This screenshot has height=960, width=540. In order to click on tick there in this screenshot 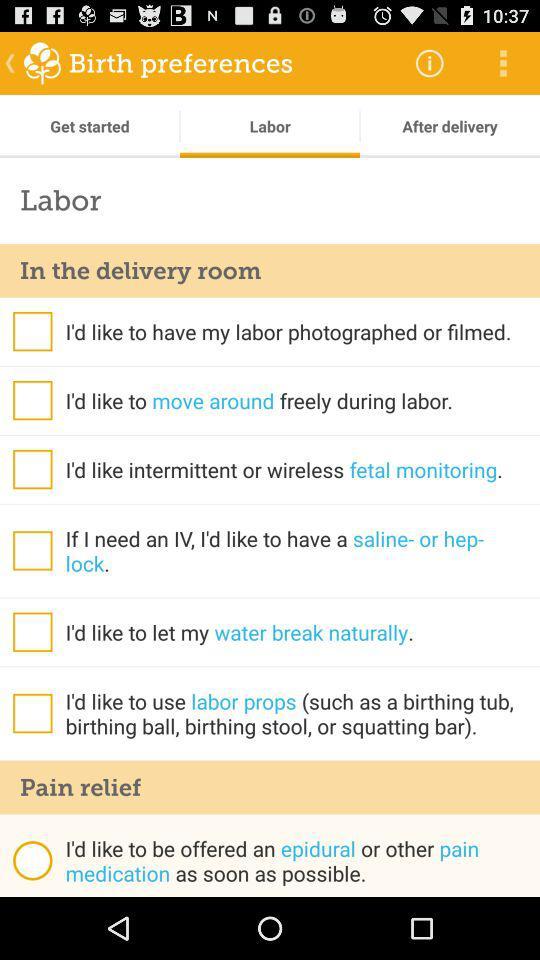, I will do `click(31, 469)`.